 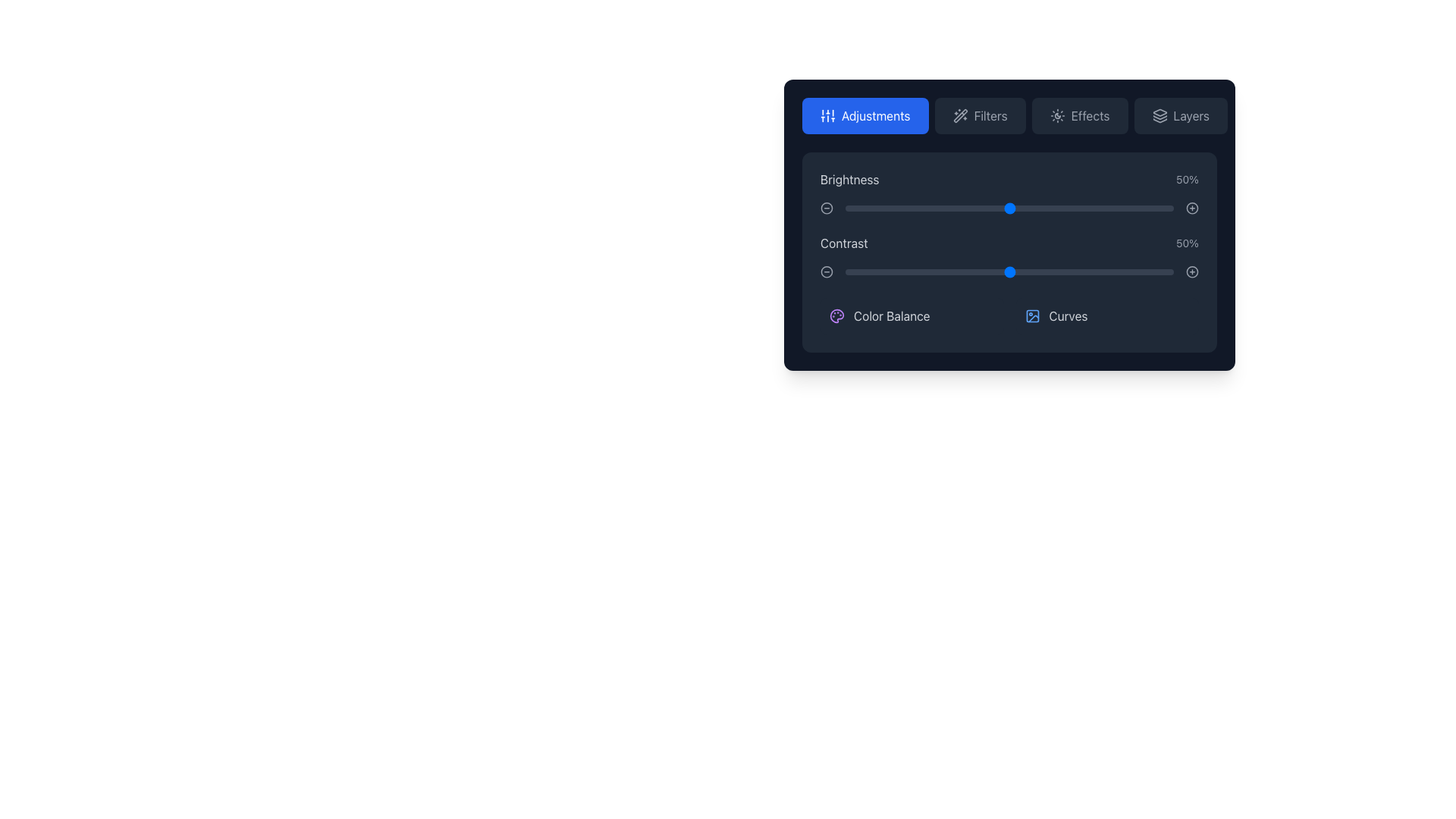 I want to click on contrast, so click(x=855, y=271).